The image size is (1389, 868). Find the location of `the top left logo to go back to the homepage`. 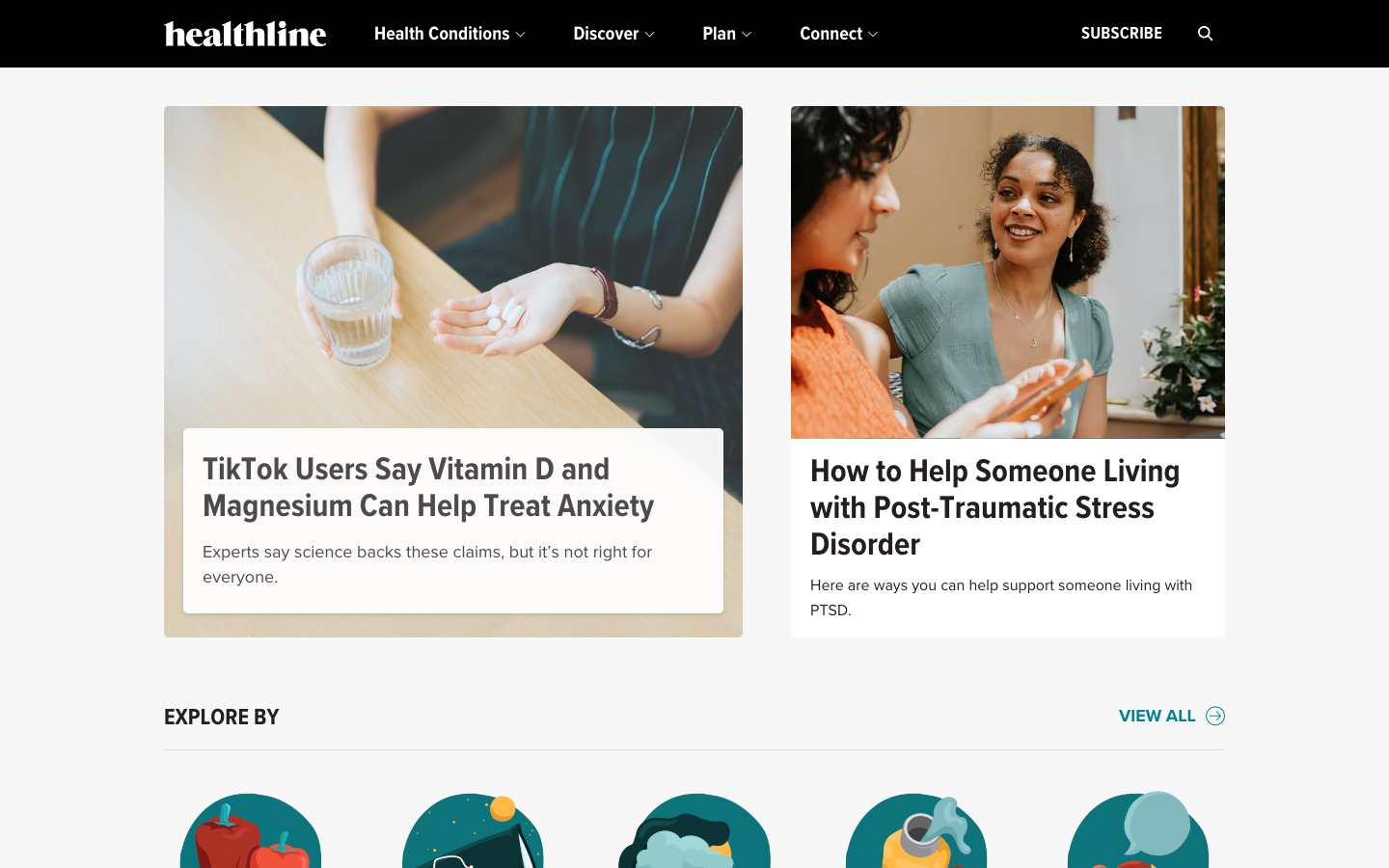

the top left logo to go back to the homepage is located at coordinates (244, 33).